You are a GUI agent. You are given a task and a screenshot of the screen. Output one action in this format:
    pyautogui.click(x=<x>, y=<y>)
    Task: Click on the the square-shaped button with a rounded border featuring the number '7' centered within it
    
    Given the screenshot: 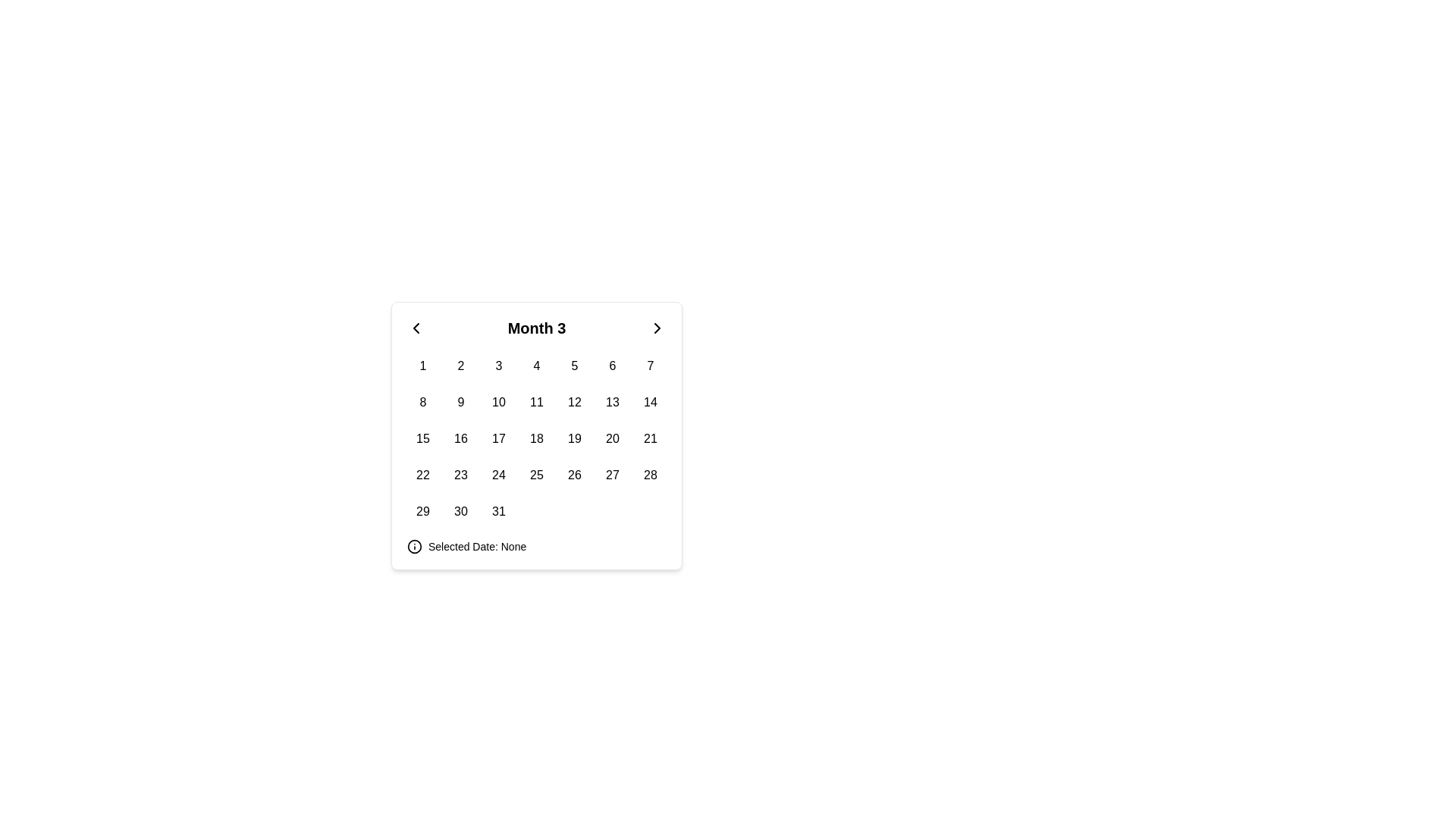 What is the action you would take?
    pyautogui.click(x=651, y=366)
    